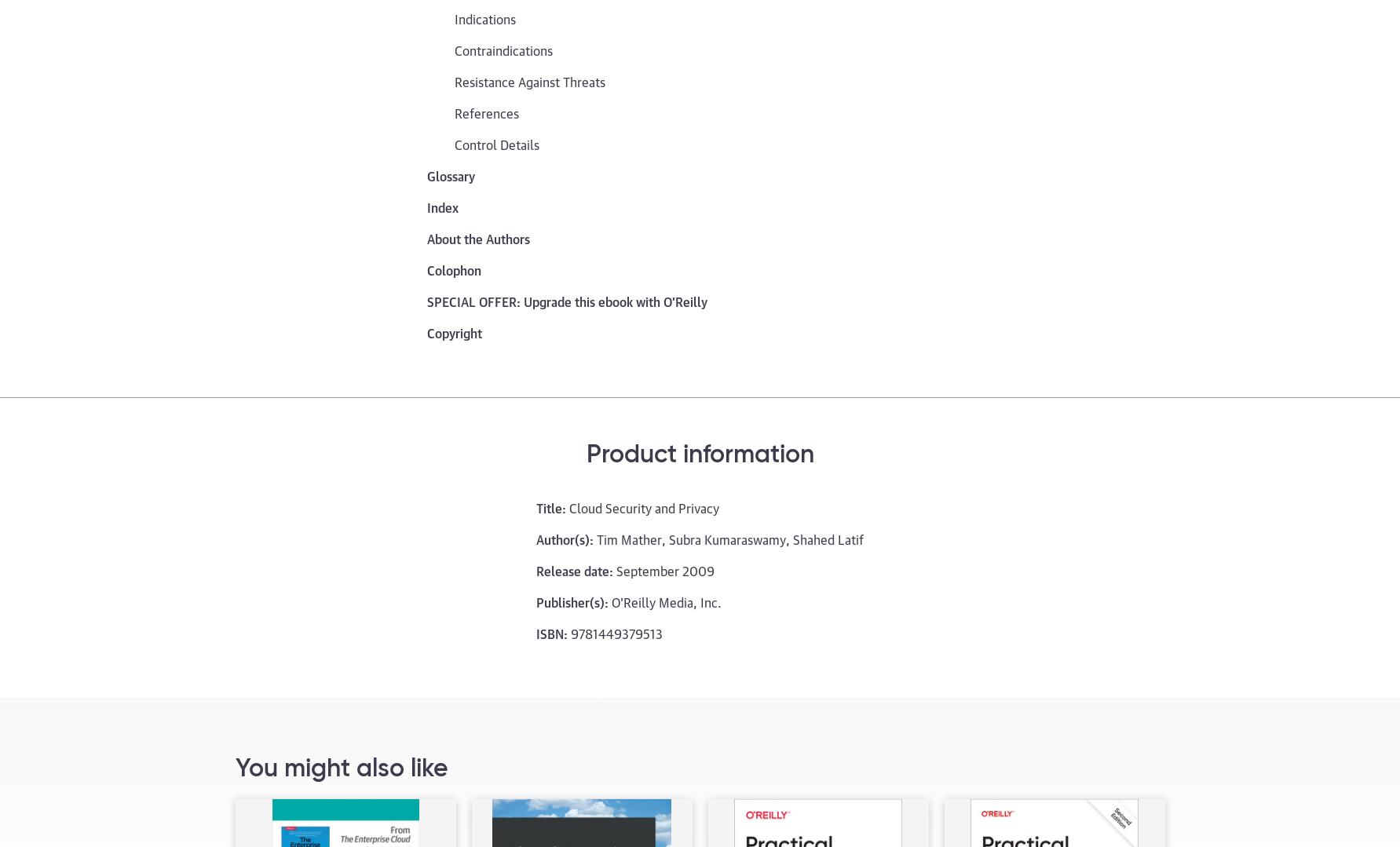 The width and height of the screenshot is (1400, 847). I want to click on 'Glossary', so click(450, 174).